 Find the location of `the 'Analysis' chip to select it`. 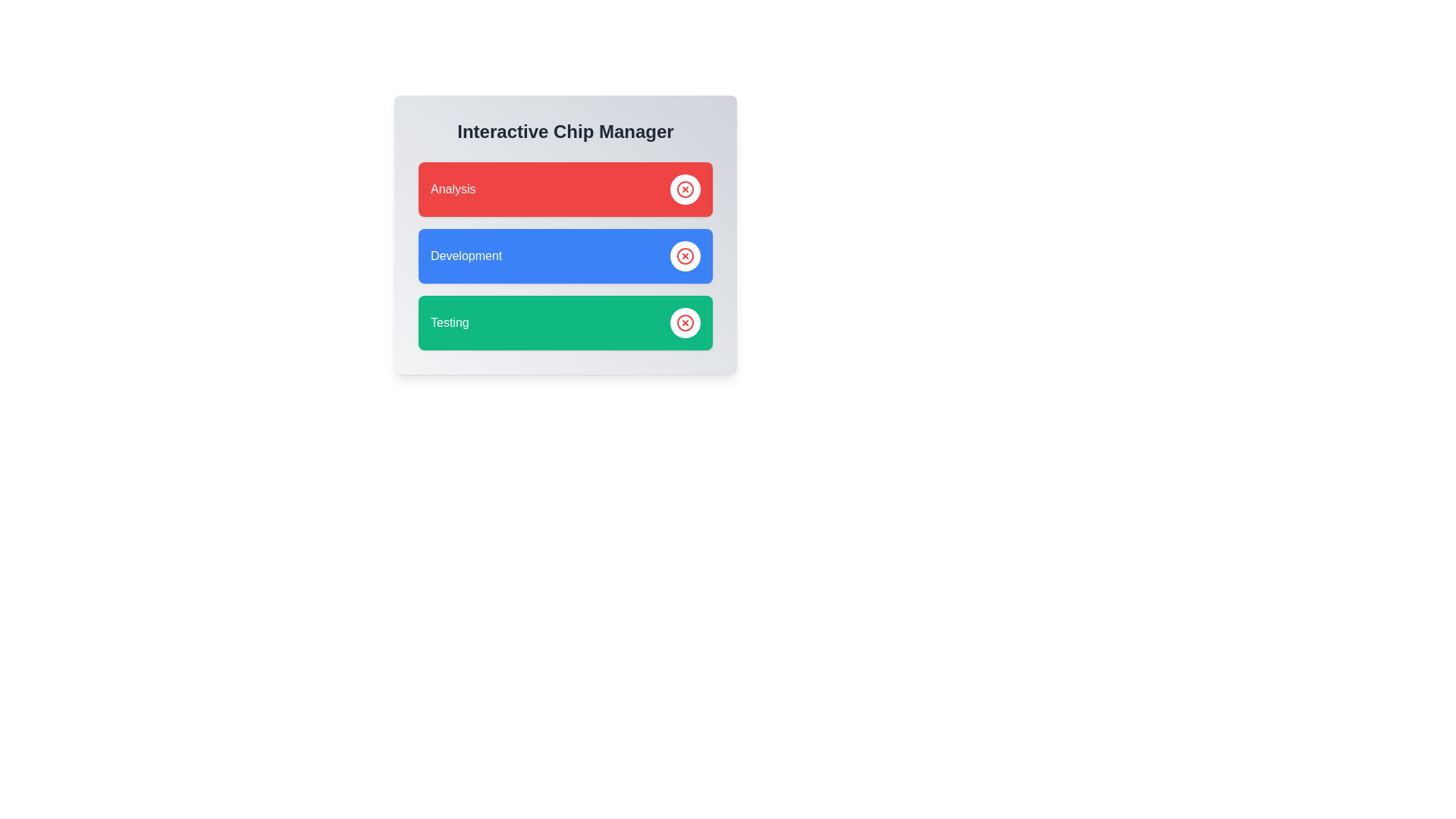

the 'Analysis' chip to select it is located at coordinates (564, 189).